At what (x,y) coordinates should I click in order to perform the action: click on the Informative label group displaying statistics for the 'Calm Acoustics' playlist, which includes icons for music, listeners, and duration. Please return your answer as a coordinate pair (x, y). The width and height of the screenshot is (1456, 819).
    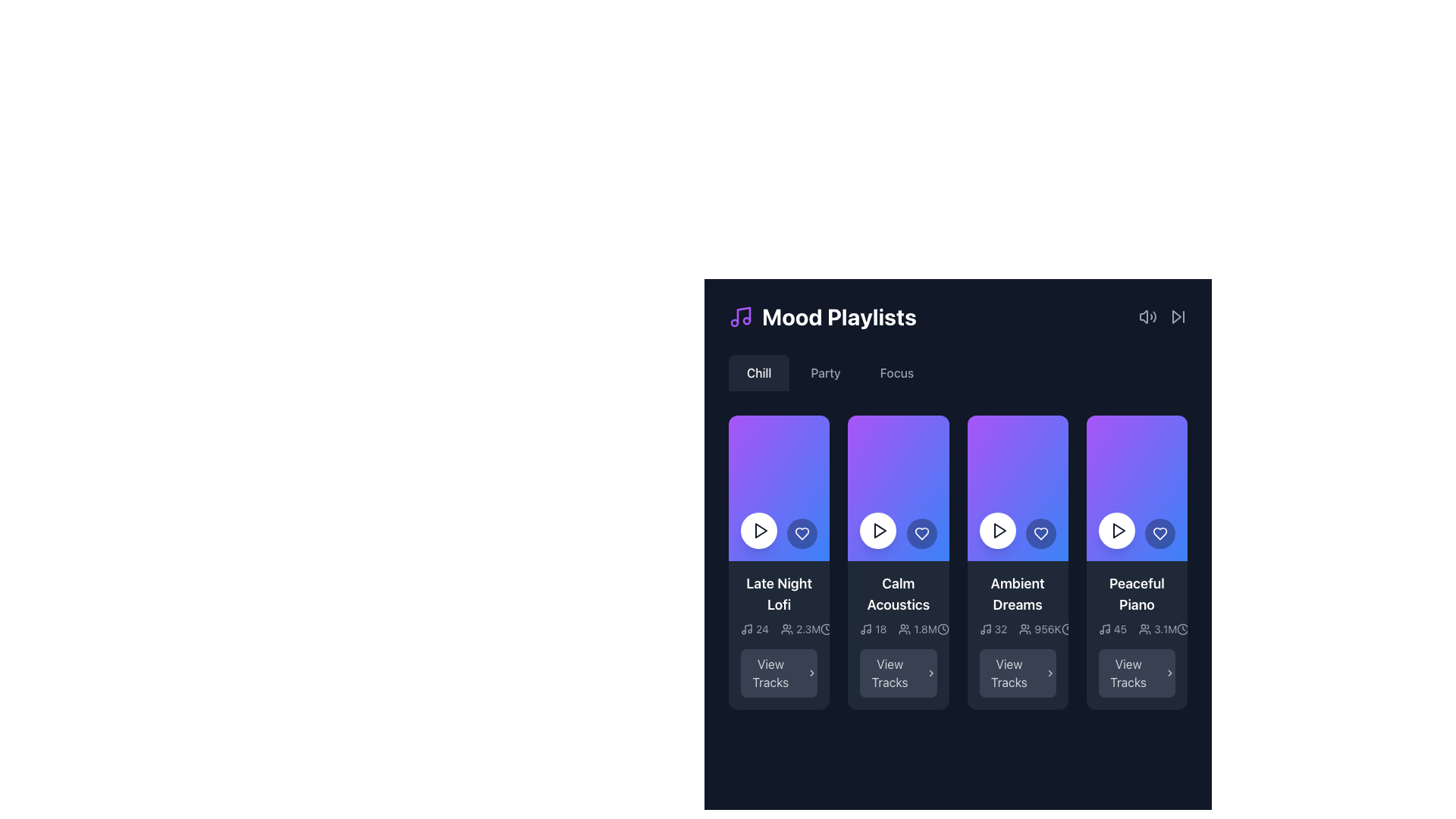
    Looking at the image, I should click on (898, 635).